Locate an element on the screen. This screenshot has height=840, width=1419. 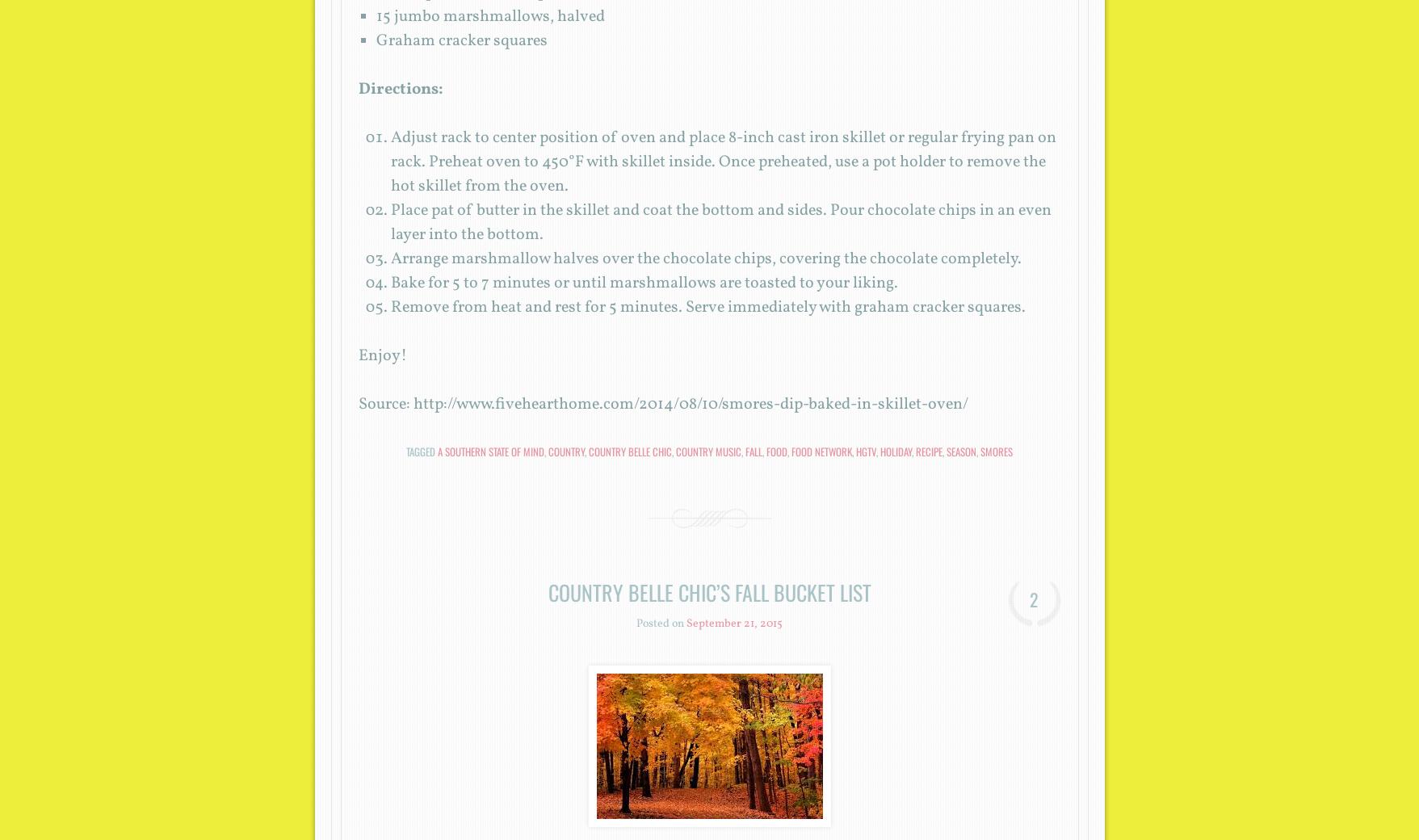
'Recipe' is located at coordinates (928, 451).